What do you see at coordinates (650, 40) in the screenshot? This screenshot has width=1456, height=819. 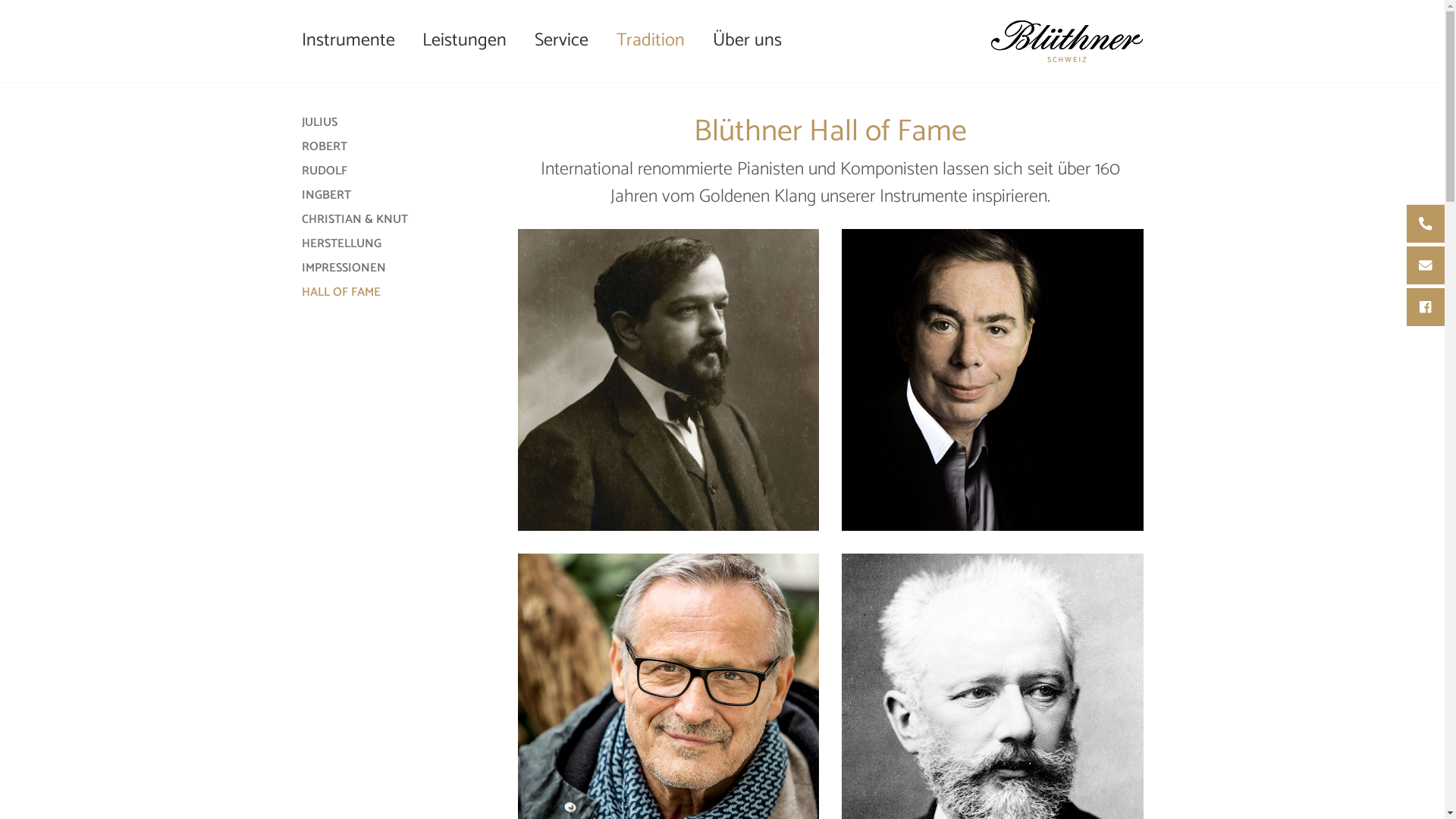 I see `'Tradition'` at bounding box center [650, 40].